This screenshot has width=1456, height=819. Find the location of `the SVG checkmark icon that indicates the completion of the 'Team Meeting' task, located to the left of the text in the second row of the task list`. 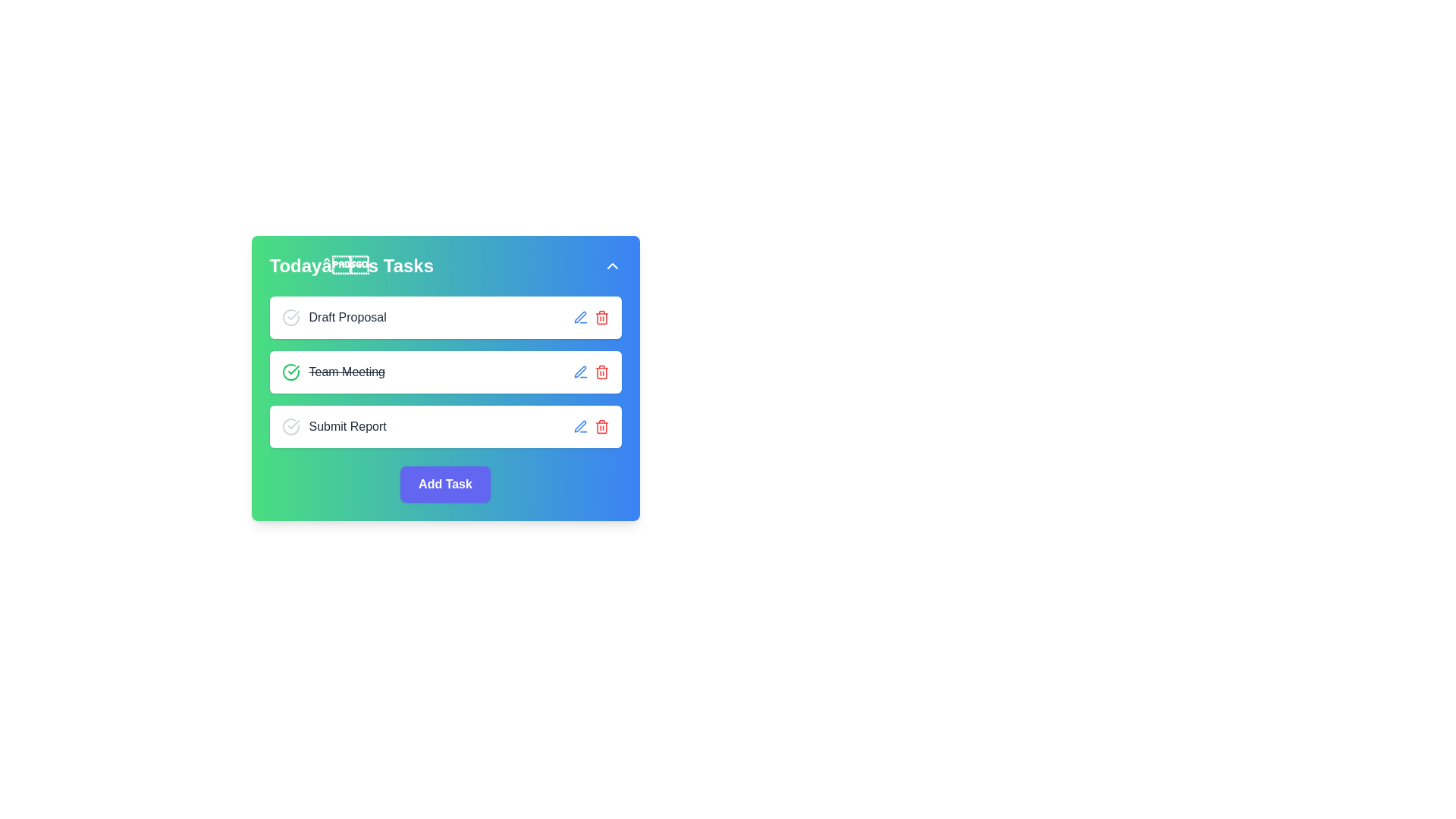

the SVG checkmark icon that indicates the completion of the 'Team Meeting' task, located to the left of the text in the second row of the task list is located at coordinates (293, 370).